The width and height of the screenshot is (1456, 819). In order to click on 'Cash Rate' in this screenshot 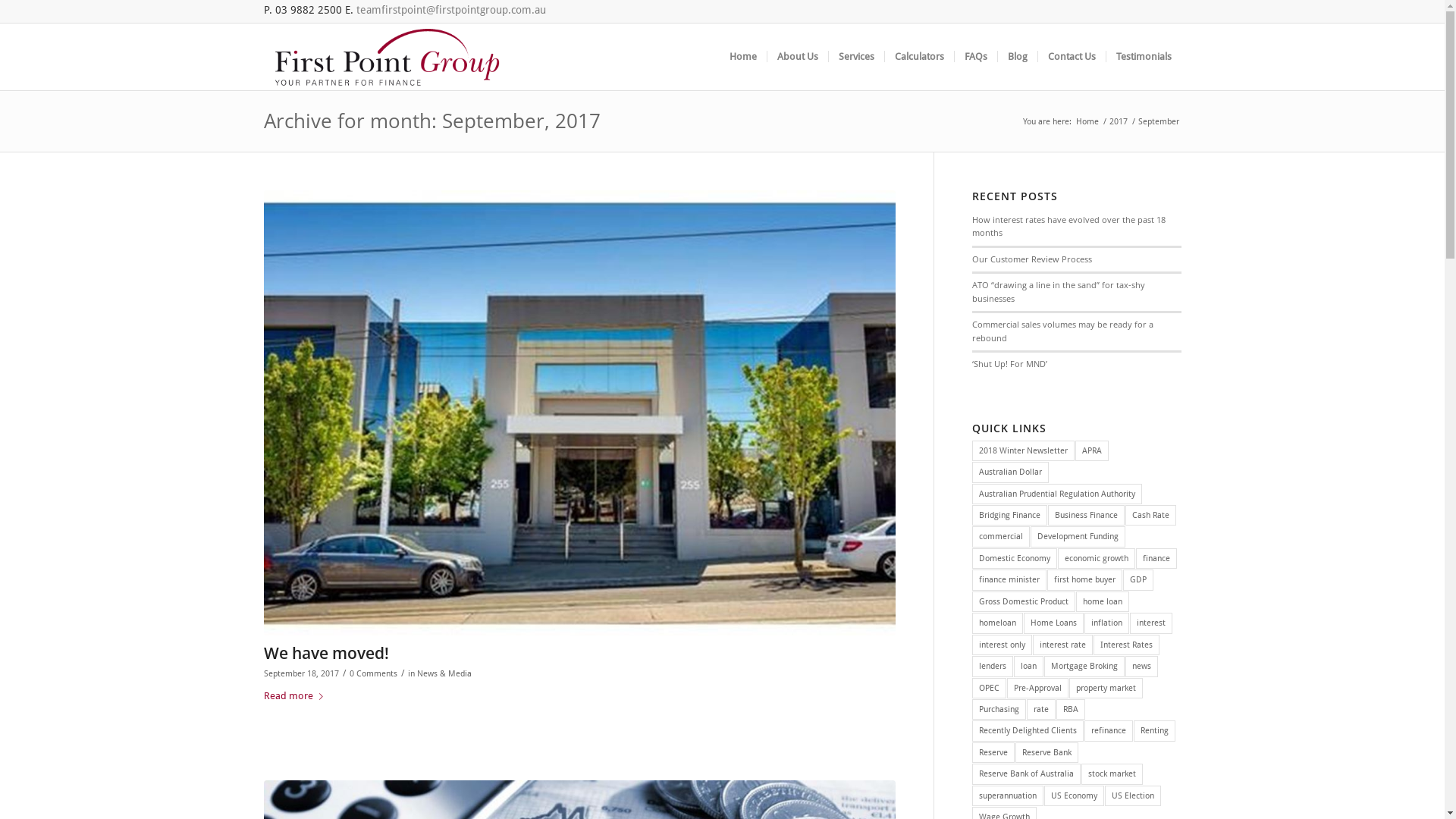, I will do `click(1125, 514)`.